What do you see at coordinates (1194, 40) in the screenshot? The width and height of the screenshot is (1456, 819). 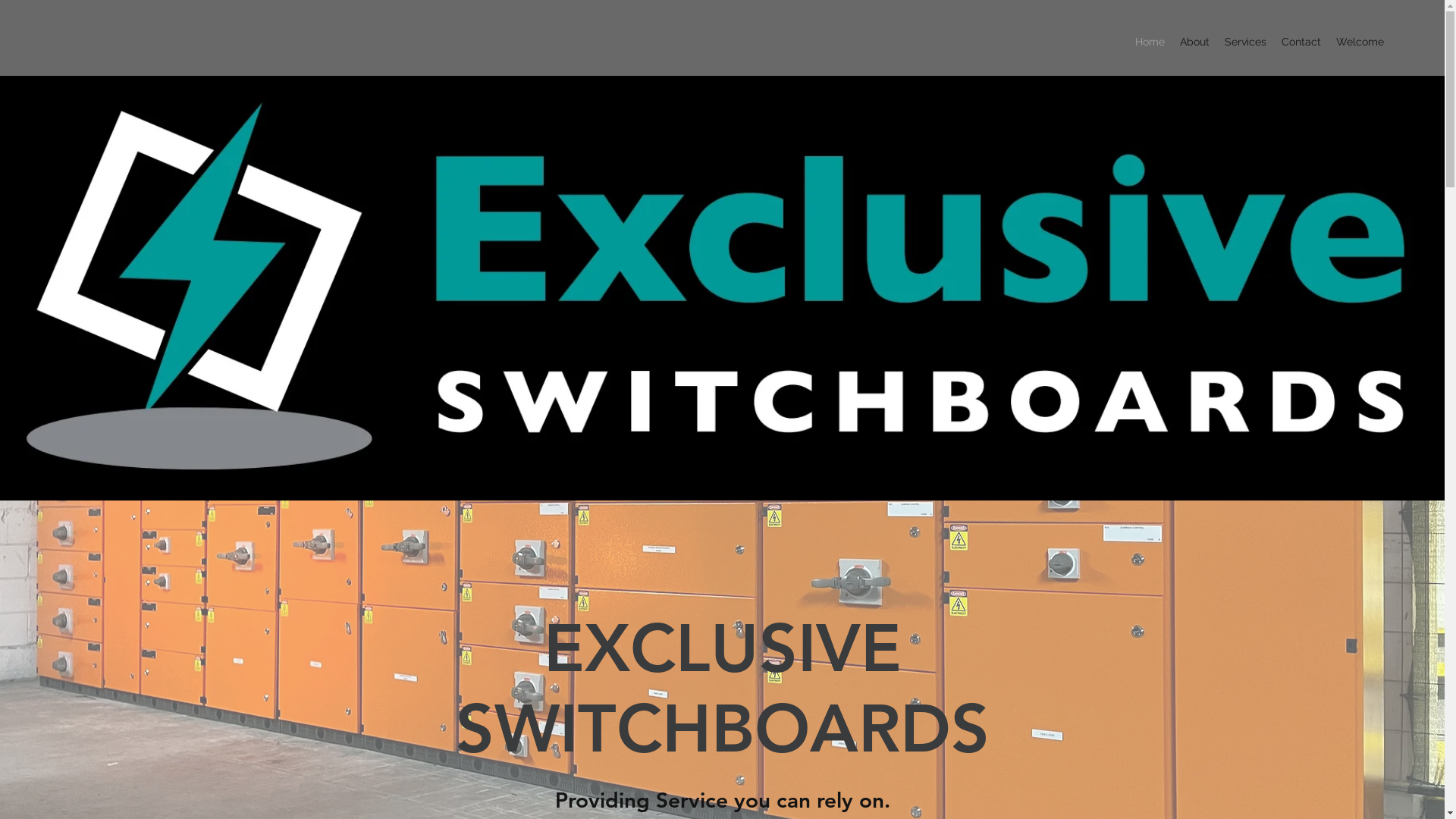 I see `'About'` at bounding box center [1194, 40].